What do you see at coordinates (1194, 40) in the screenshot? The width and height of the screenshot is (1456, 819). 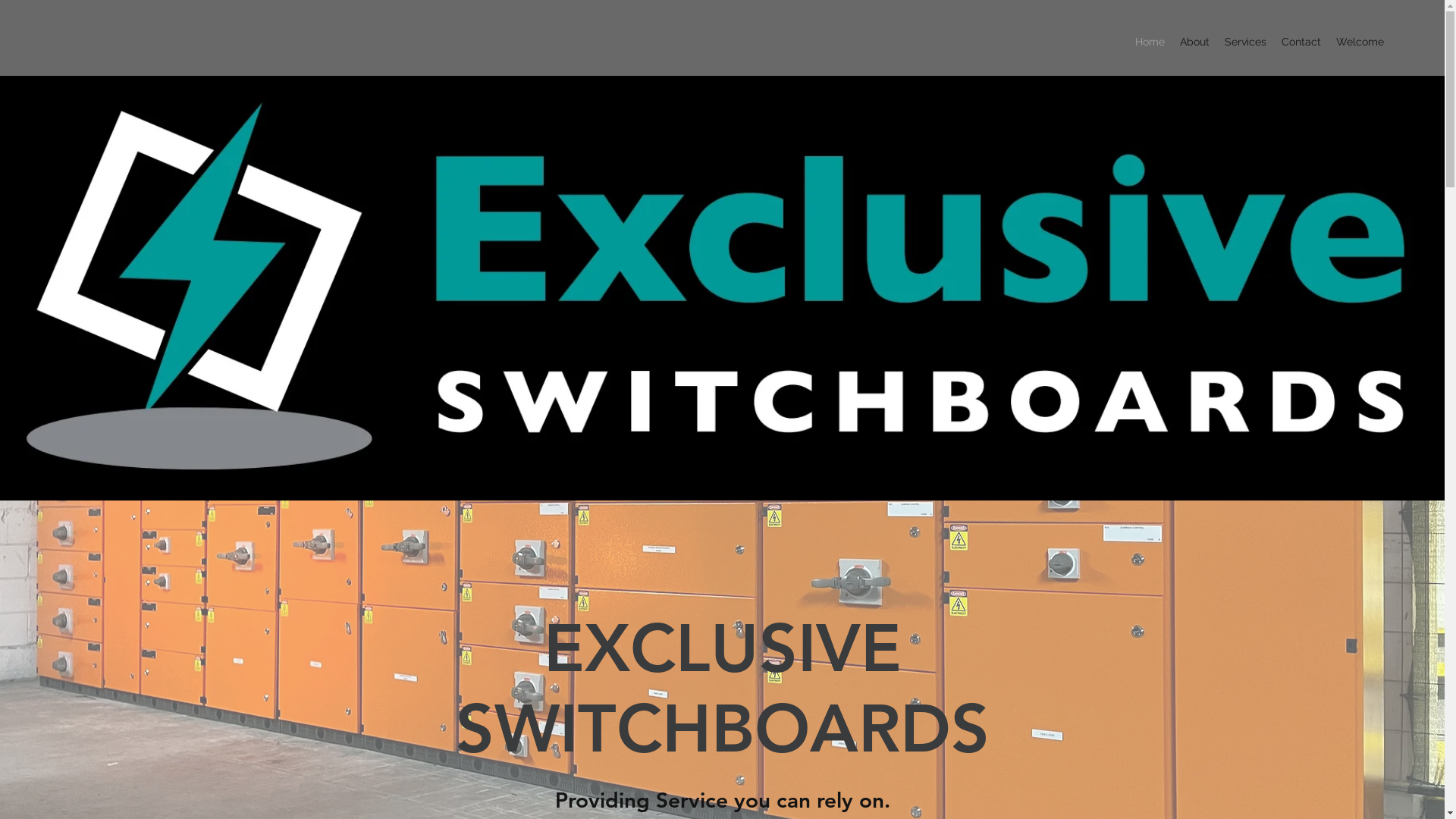 I see `'About'` at bounding box center [1194, 40].